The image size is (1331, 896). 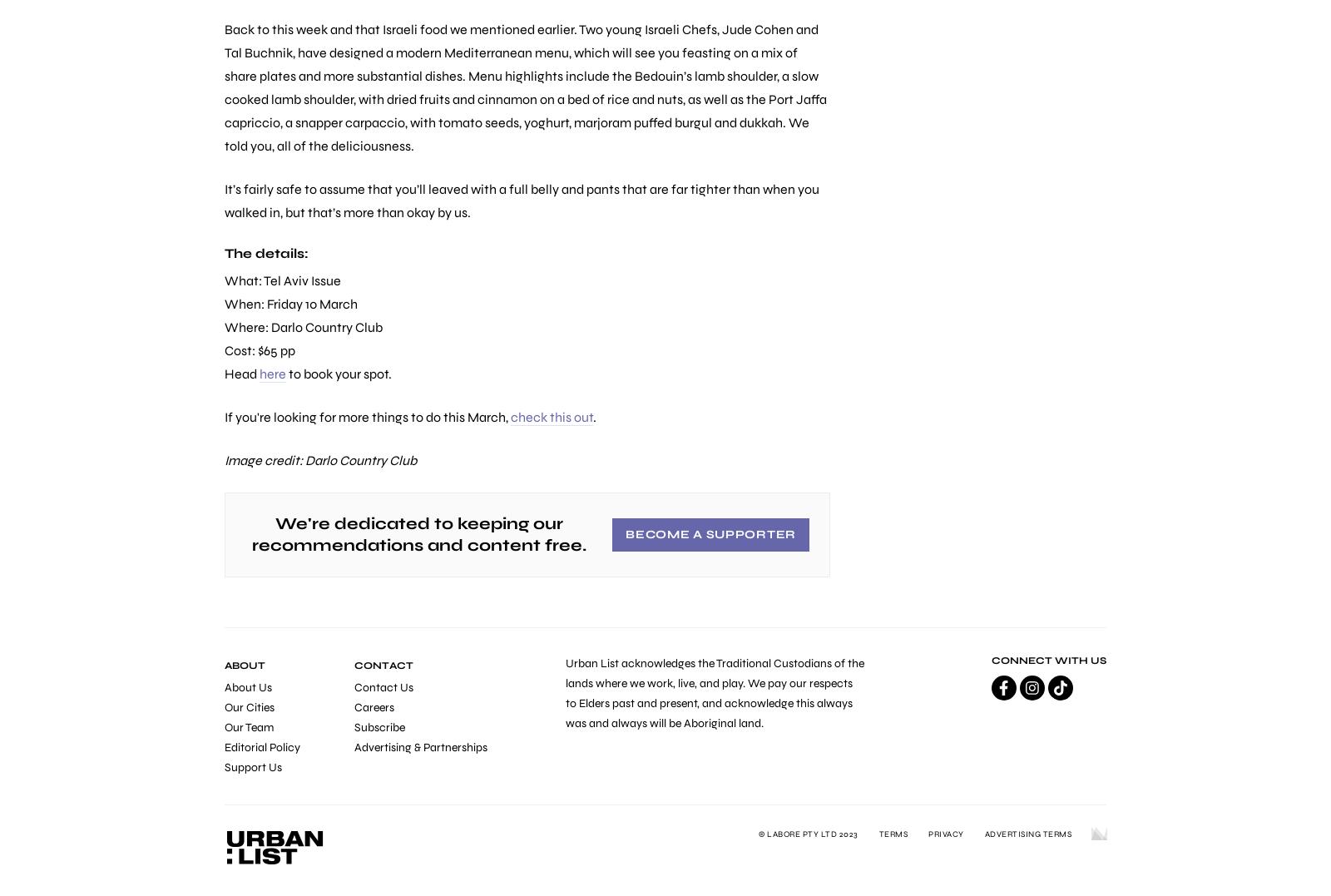 I want to click on 'Support Us', so click(x=253, y=766).